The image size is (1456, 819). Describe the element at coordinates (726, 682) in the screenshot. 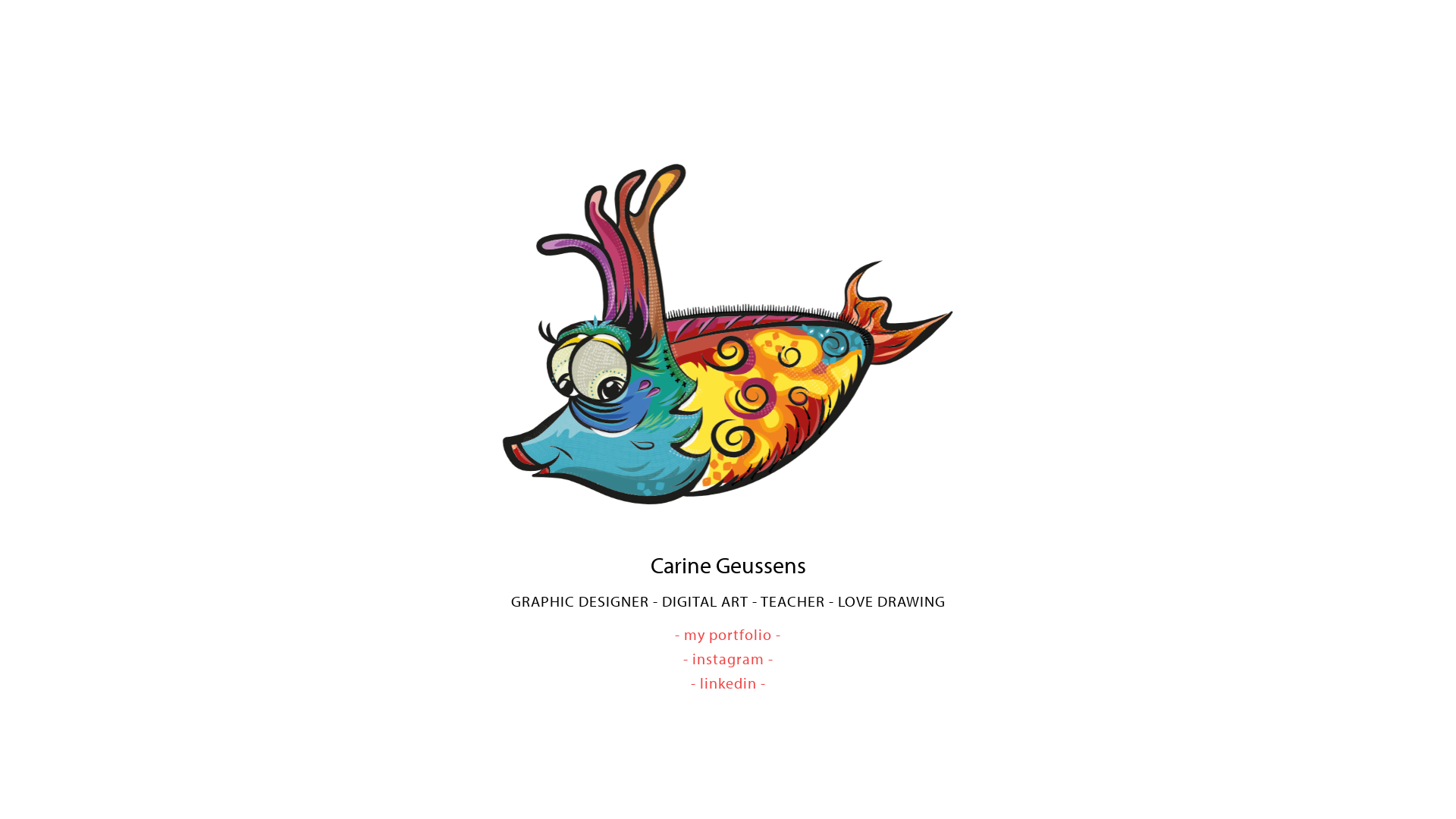

I see `'- linkedin -'` at that location.